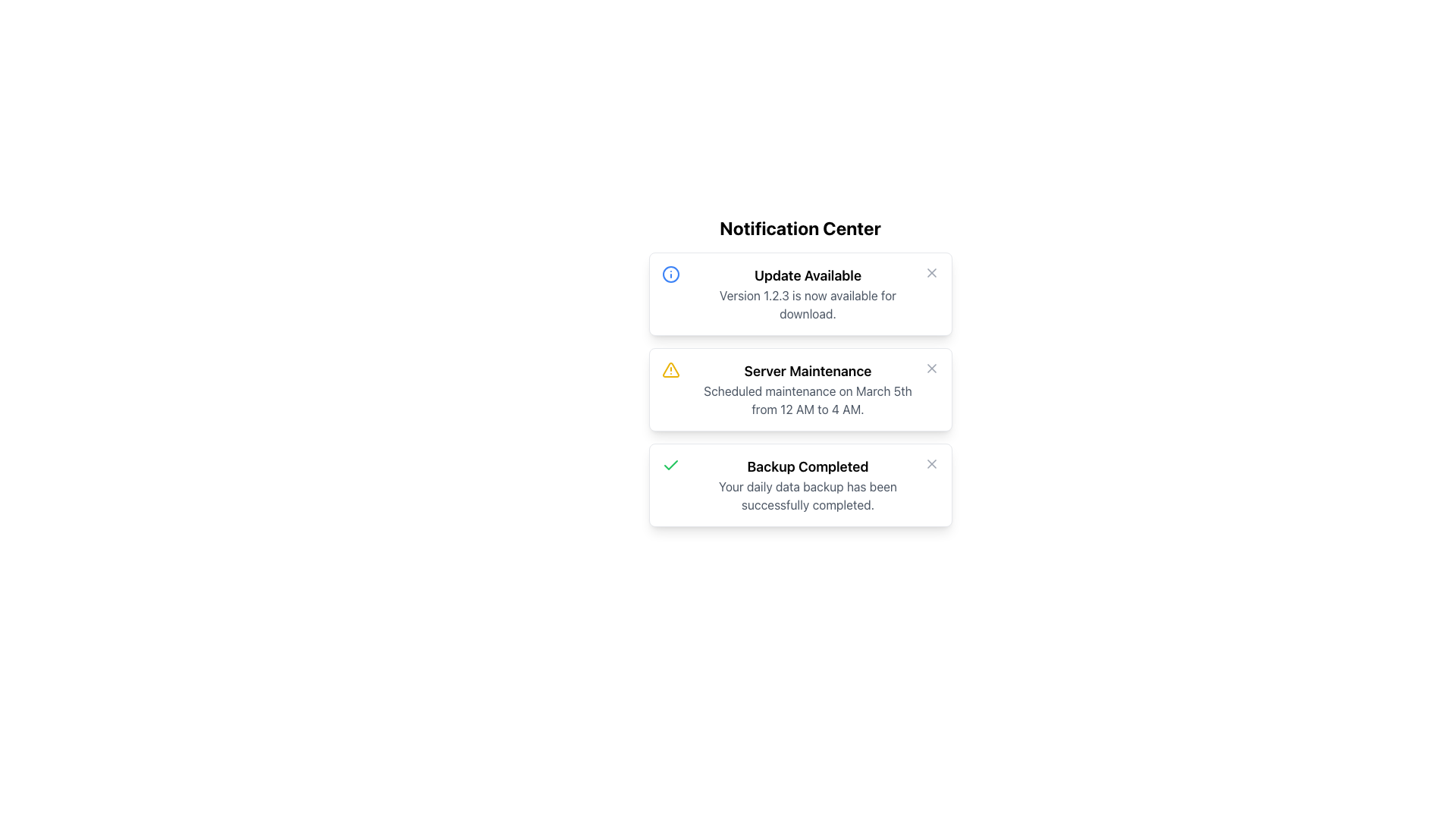  What do you see at coordinates (930, 369) in the screenshot?
I see `the close button located at the top-right corner of the 'Server Maintenance' notification card` at bounding box center [930, 369].